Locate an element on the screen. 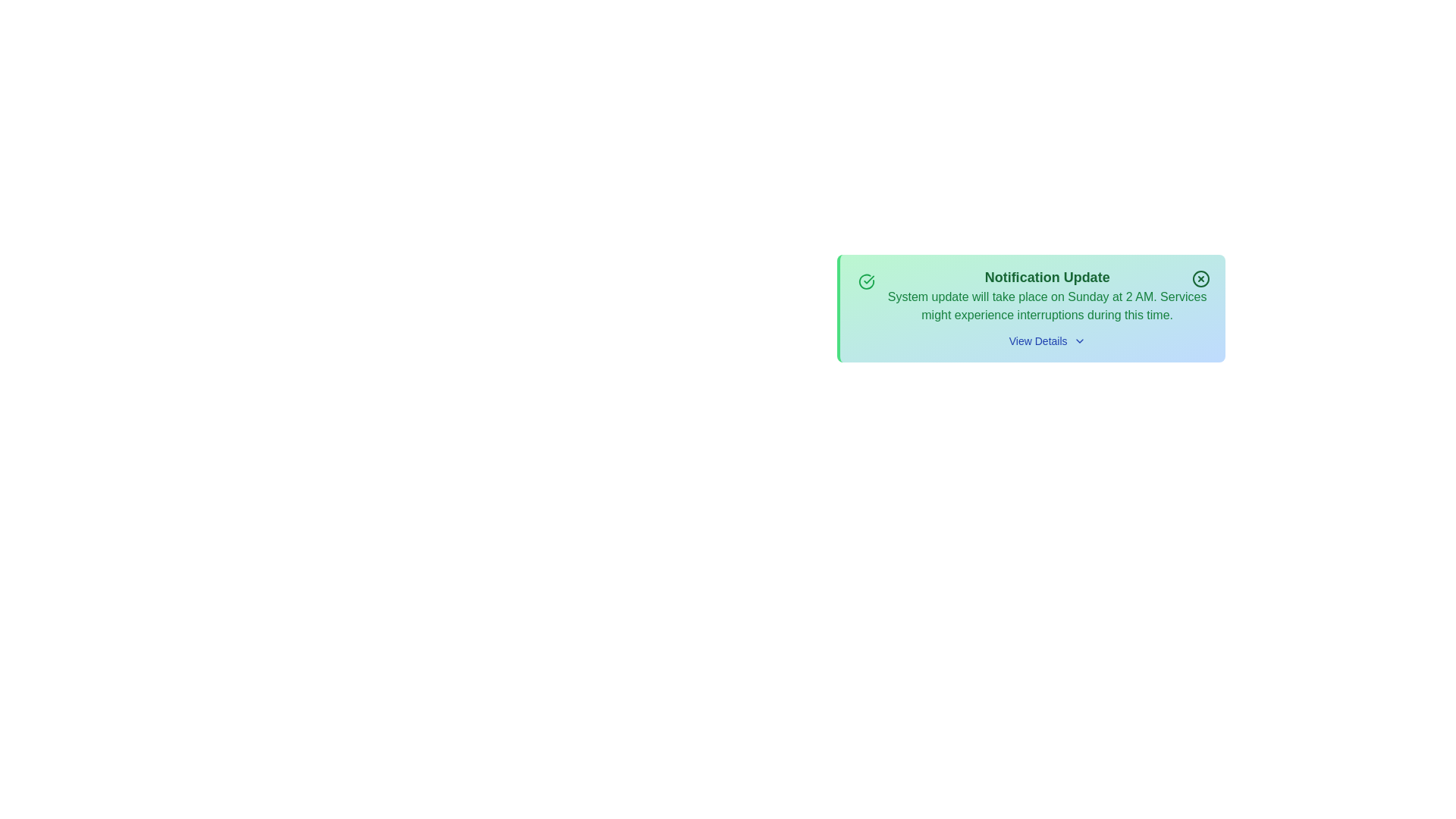 Image resolution: width=1456 pixels, height=819 pixels. the 'View Details' button to toggle the visibility of additional details is located at coordinates (1046, 341).